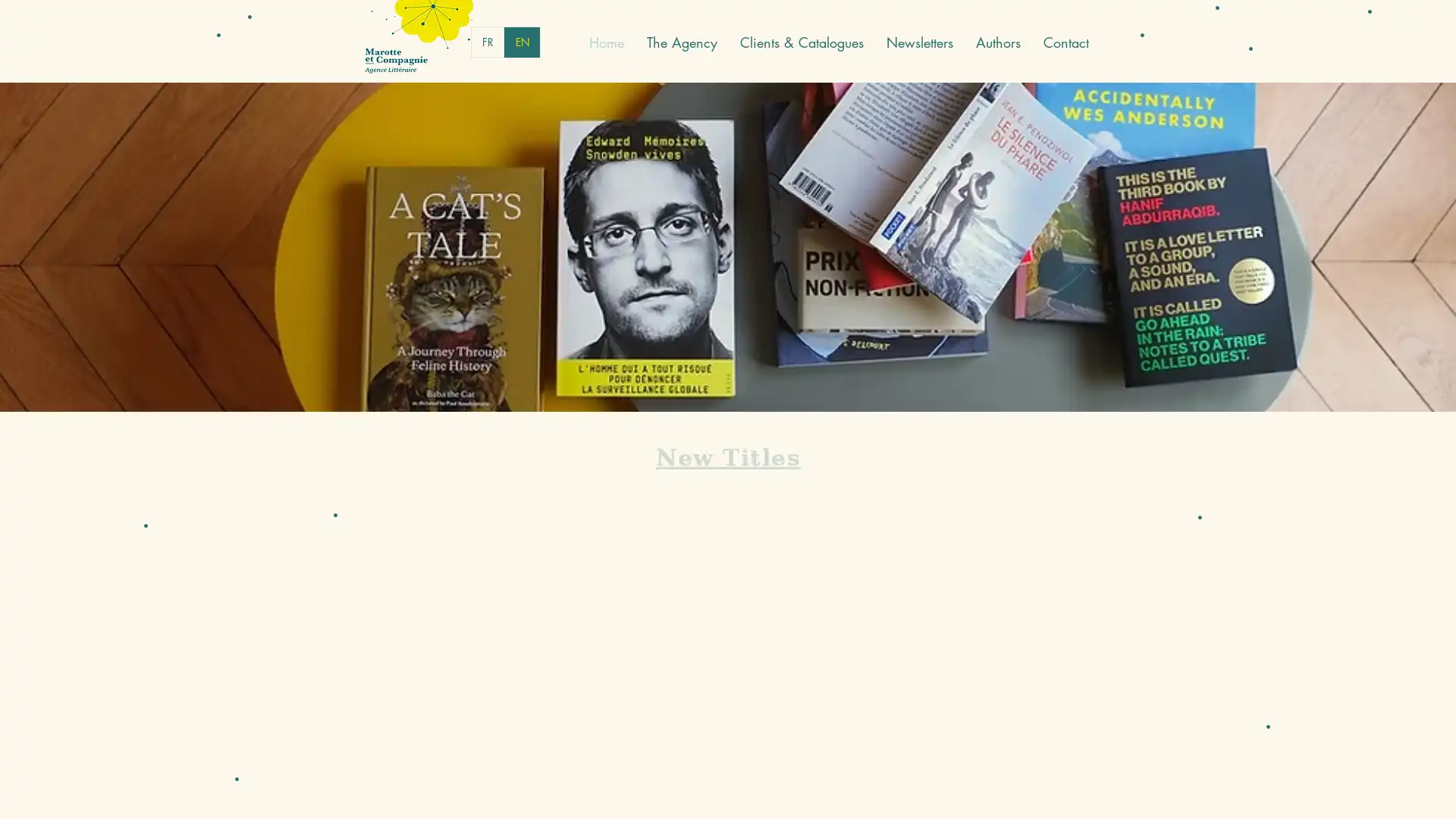  Describe the element at coordinates (541, 42) in the screenshot. I see `English` at that location.